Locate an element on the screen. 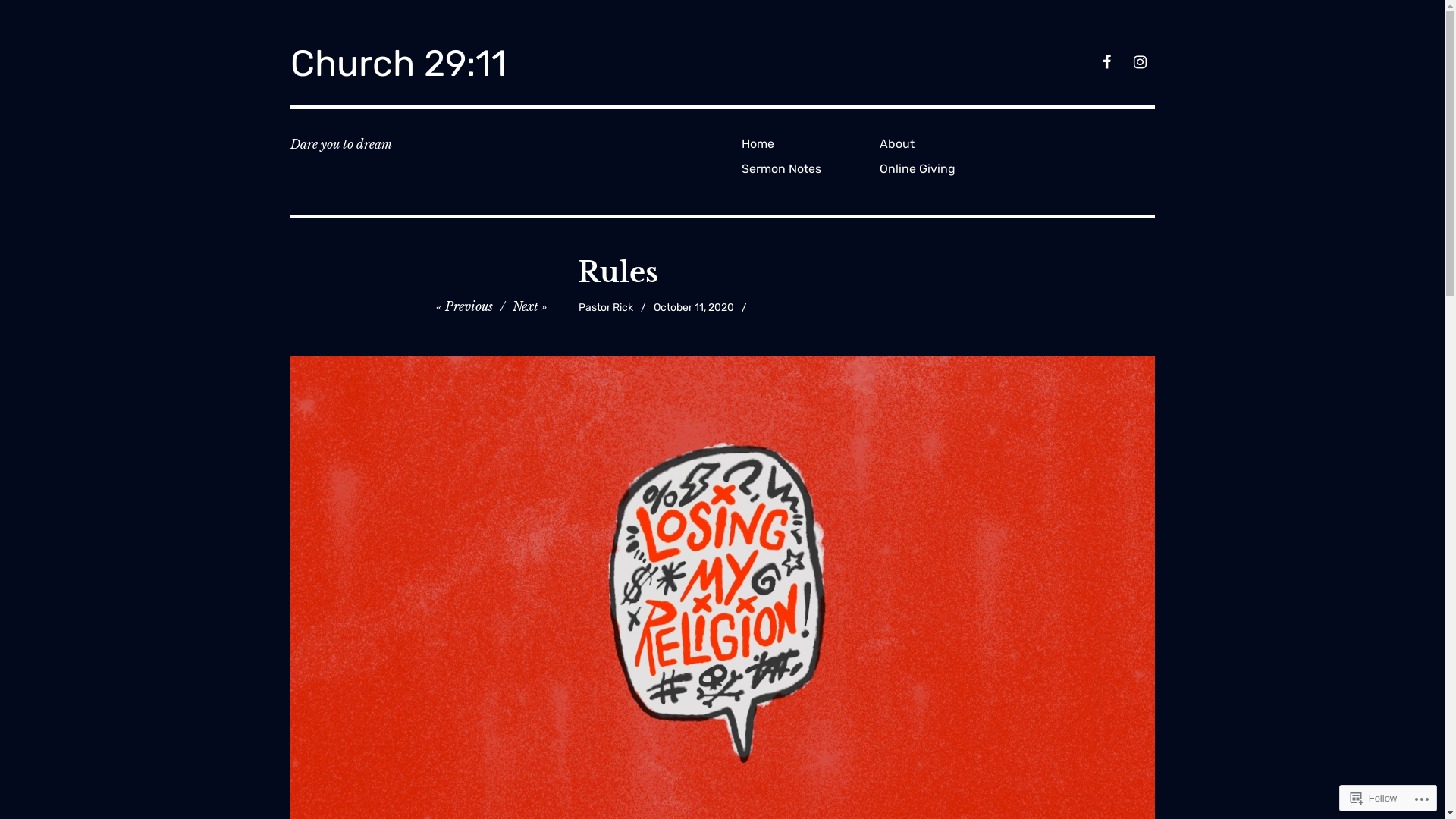 Image resolution: width=1456 pixels, height=819 pixels. 'Next' is located at coordinates (530, 306).